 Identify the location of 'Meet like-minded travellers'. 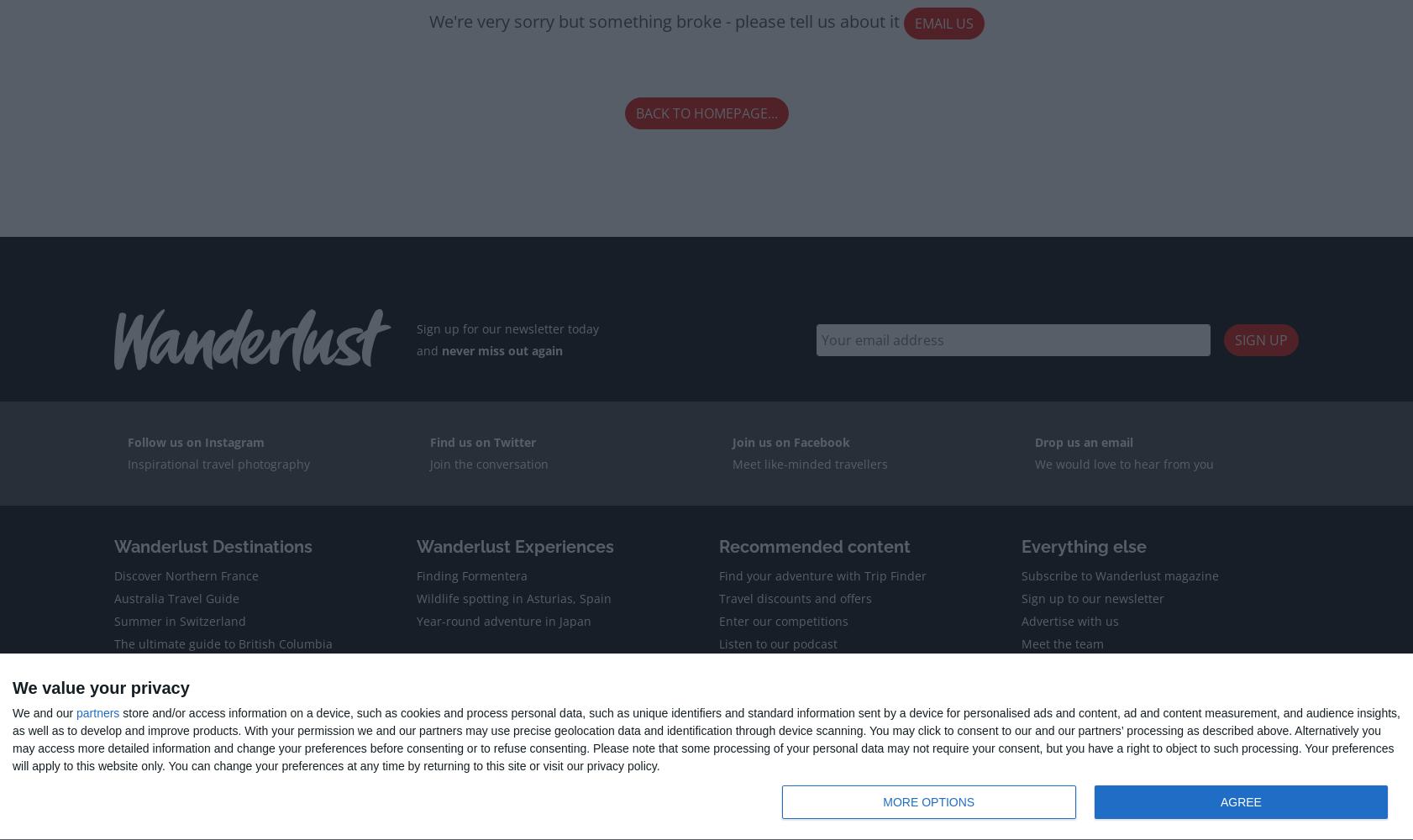
(809, 463).